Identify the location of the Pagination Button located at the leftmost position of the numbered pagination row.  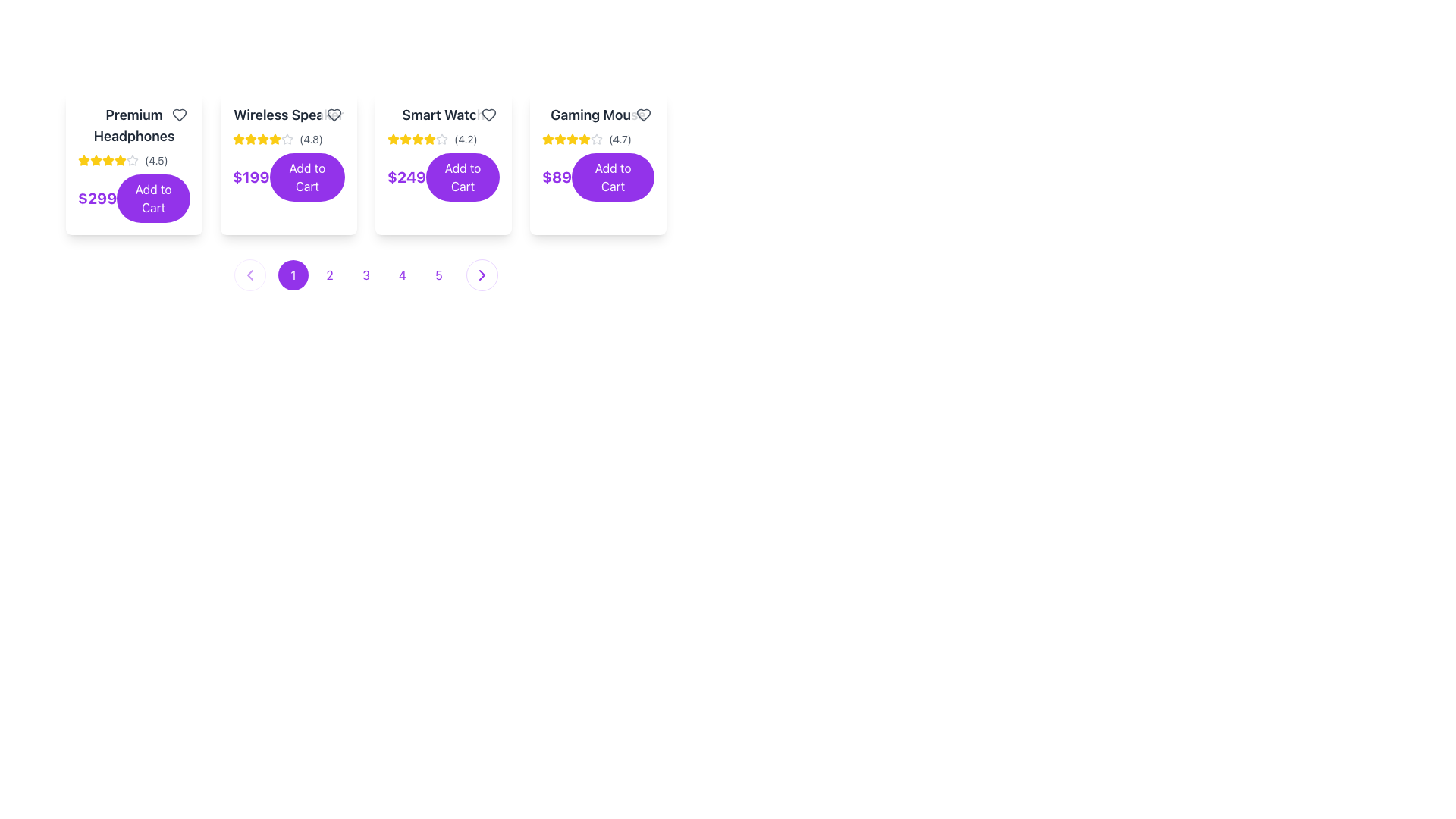
(293, 275).